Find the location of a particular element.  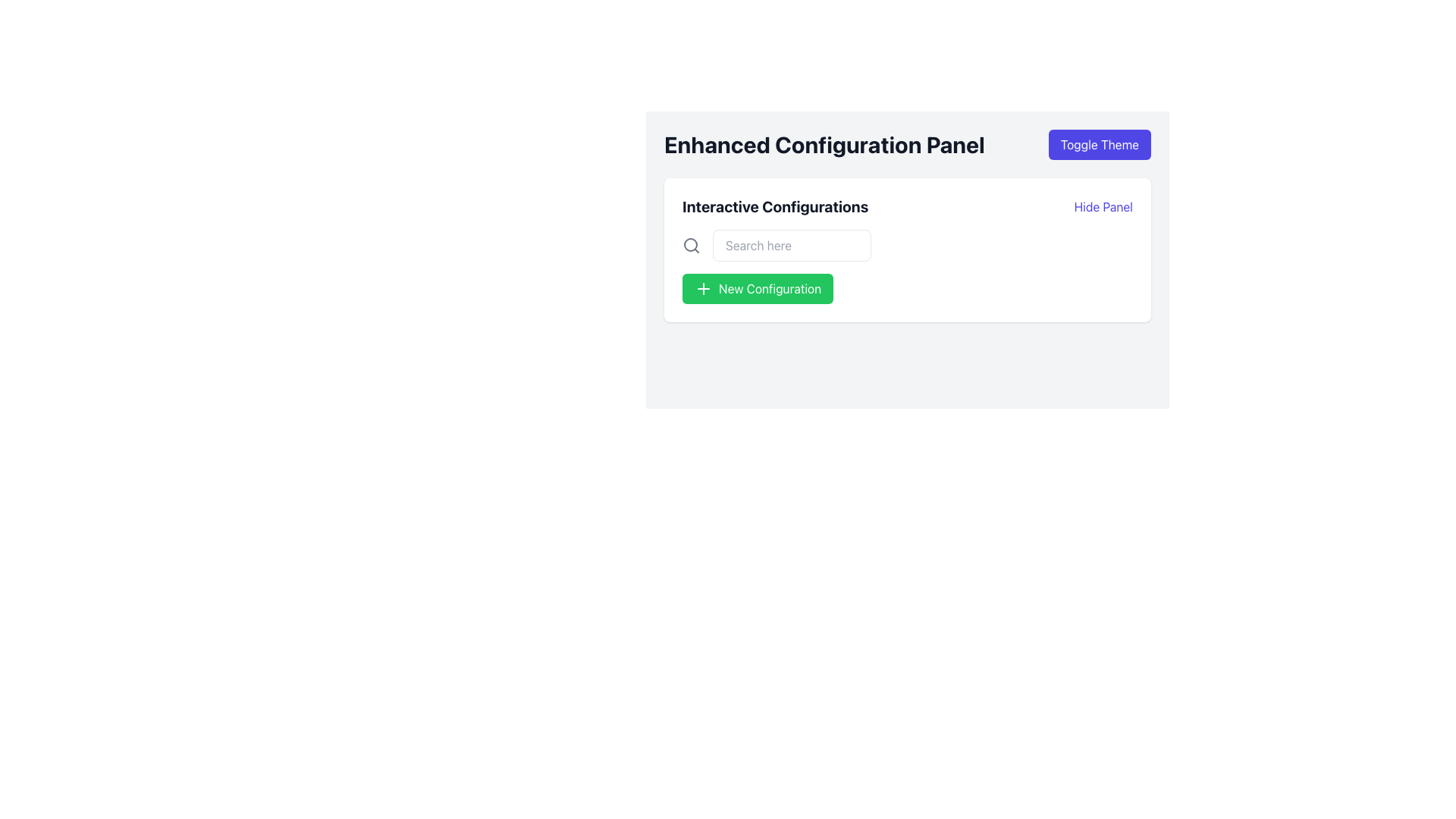

the static text element that reads 'Interactive Configurations', which is a bold heading positioned below the 'Enhanced Configuration Panel' and aligned with the 'Hide Panel' interactive element is located at coordinates (775, 207).